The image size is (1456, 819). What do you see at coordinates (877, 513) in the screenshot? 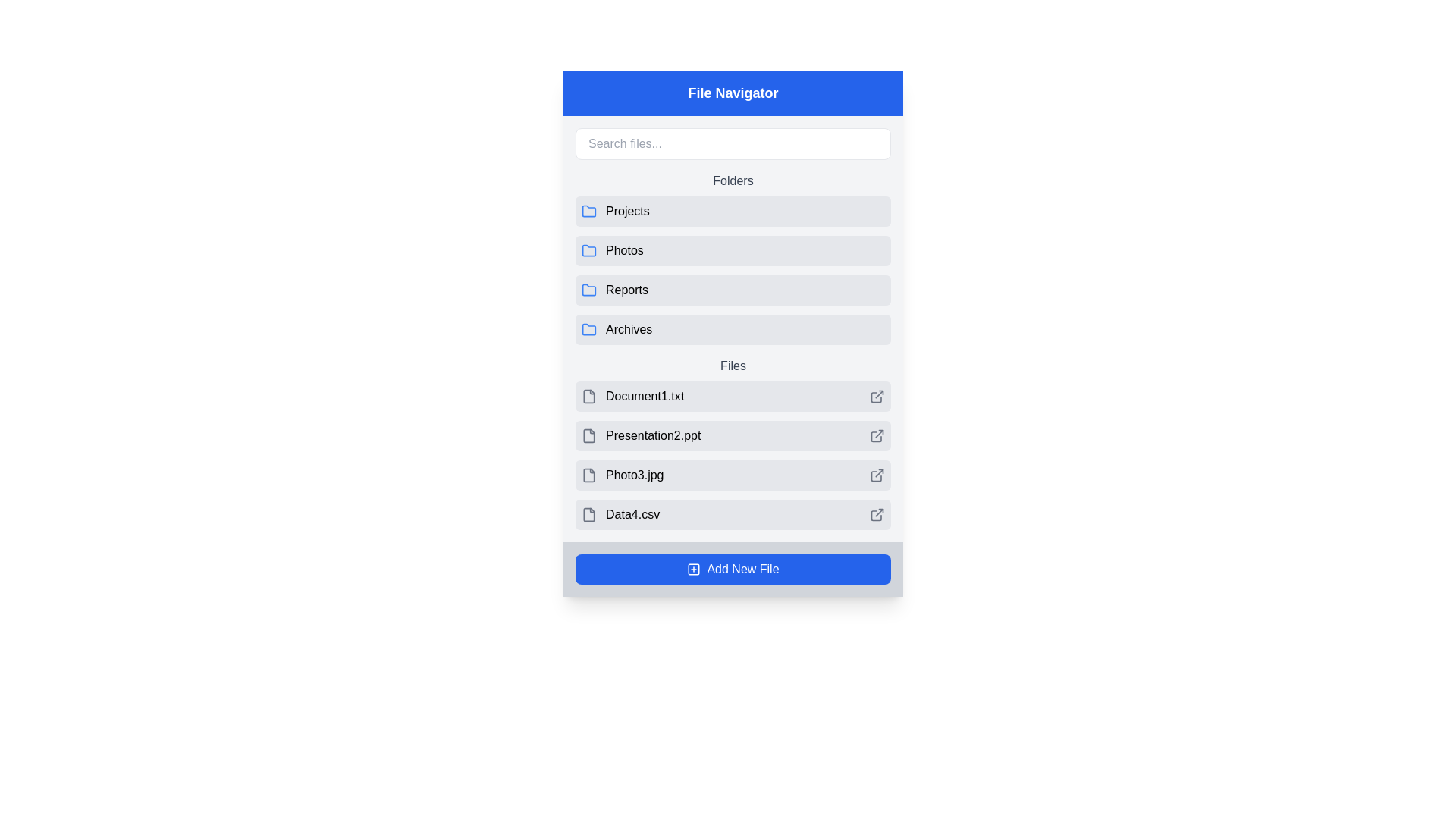
I see `the external link icon for 'Data4.csv' located in the File Navigator interface` at bounding box center [877, 513].